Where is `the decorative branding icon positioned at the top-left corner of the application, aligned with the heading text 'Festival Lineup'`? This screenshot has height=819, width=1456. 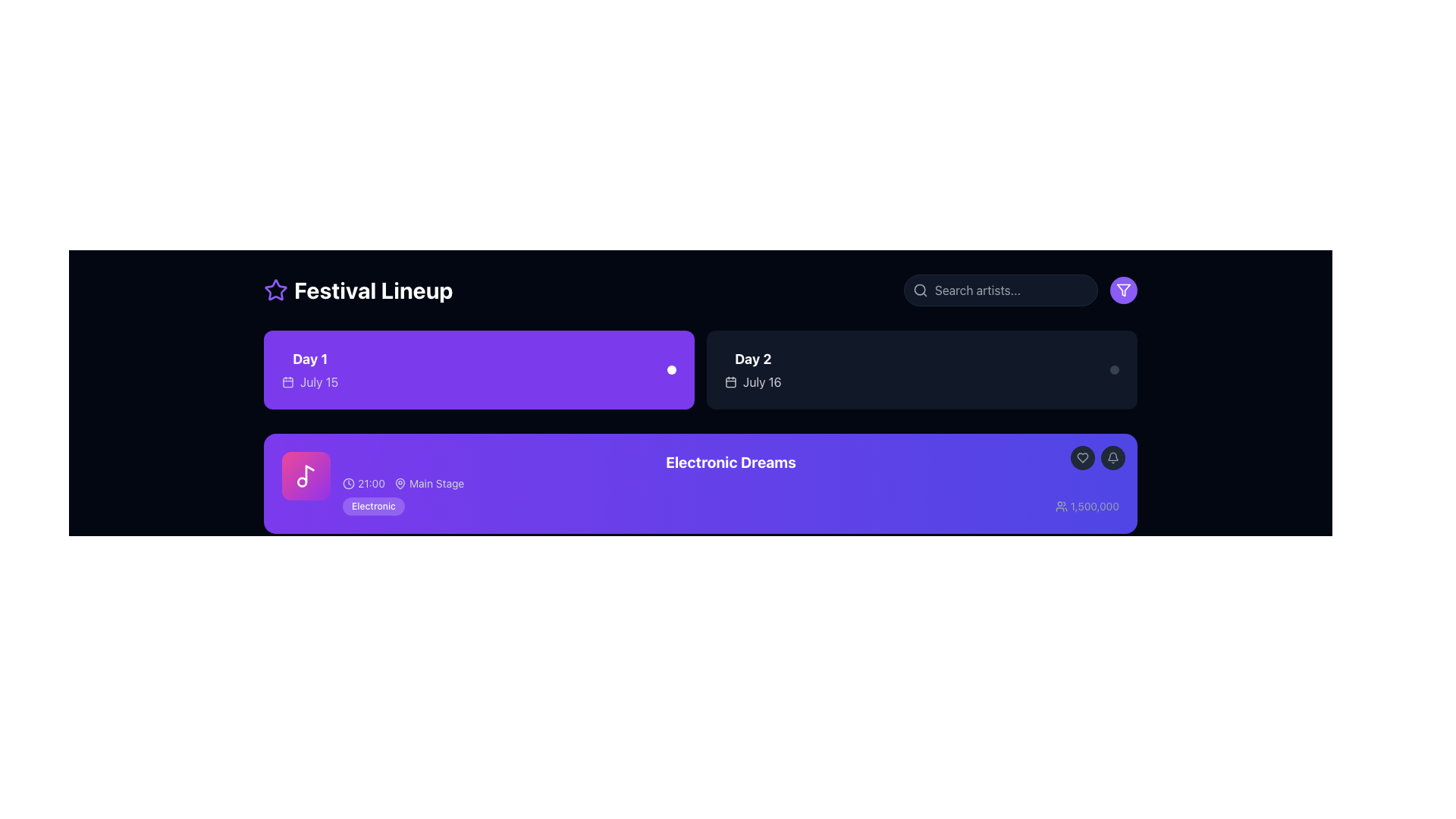 the decorative branding icon positioned at the top-left corner of the application, aligned with the heading text 'Festival Lineup' is located at coordinates (276, 290).